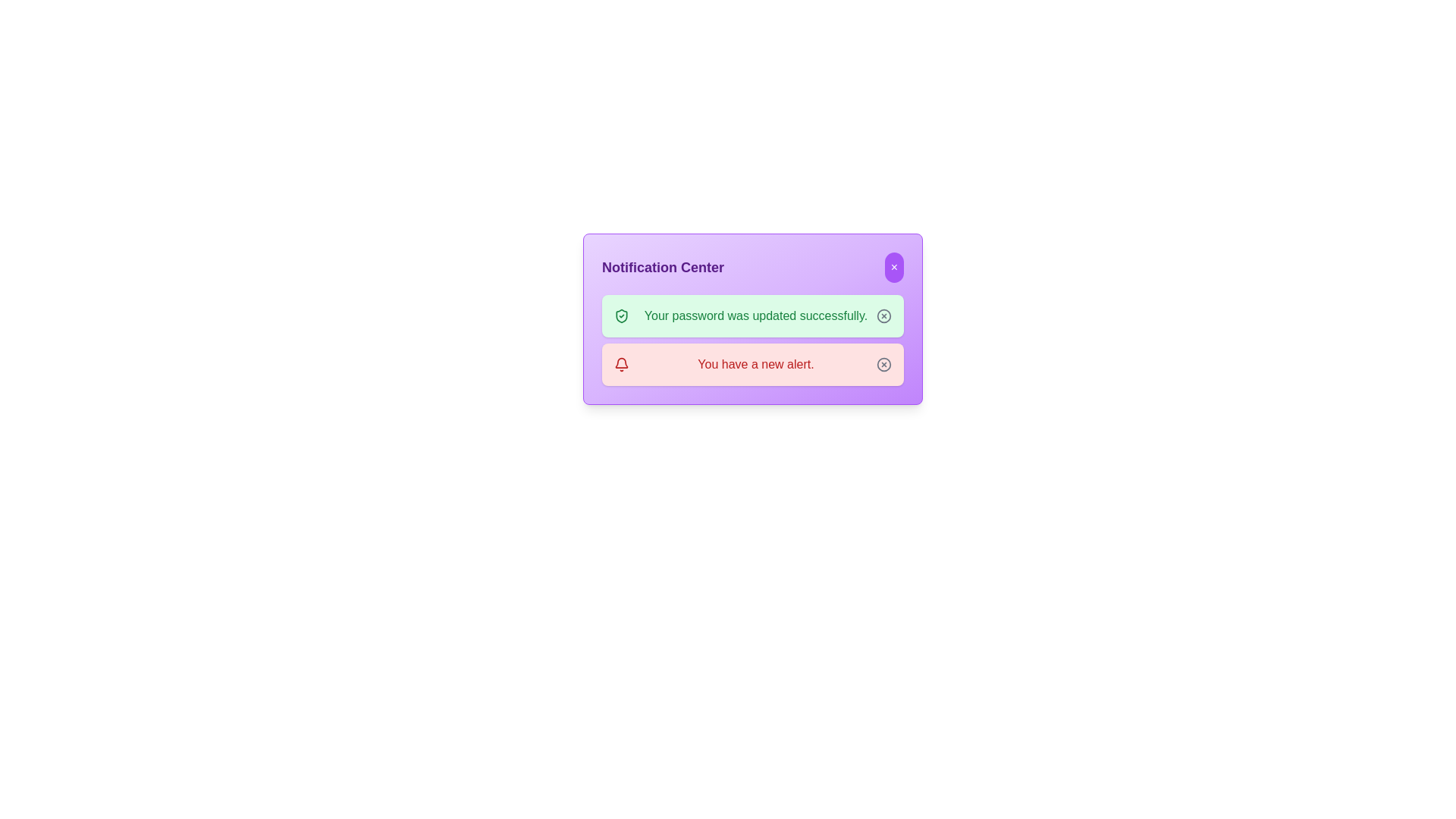 This screenshot has height=819, width=1456. I want to click on the confirmation success icon located to the left of the notification message 'Your password was updated successfully' in the Notification Center UI component, so click(622, 315).